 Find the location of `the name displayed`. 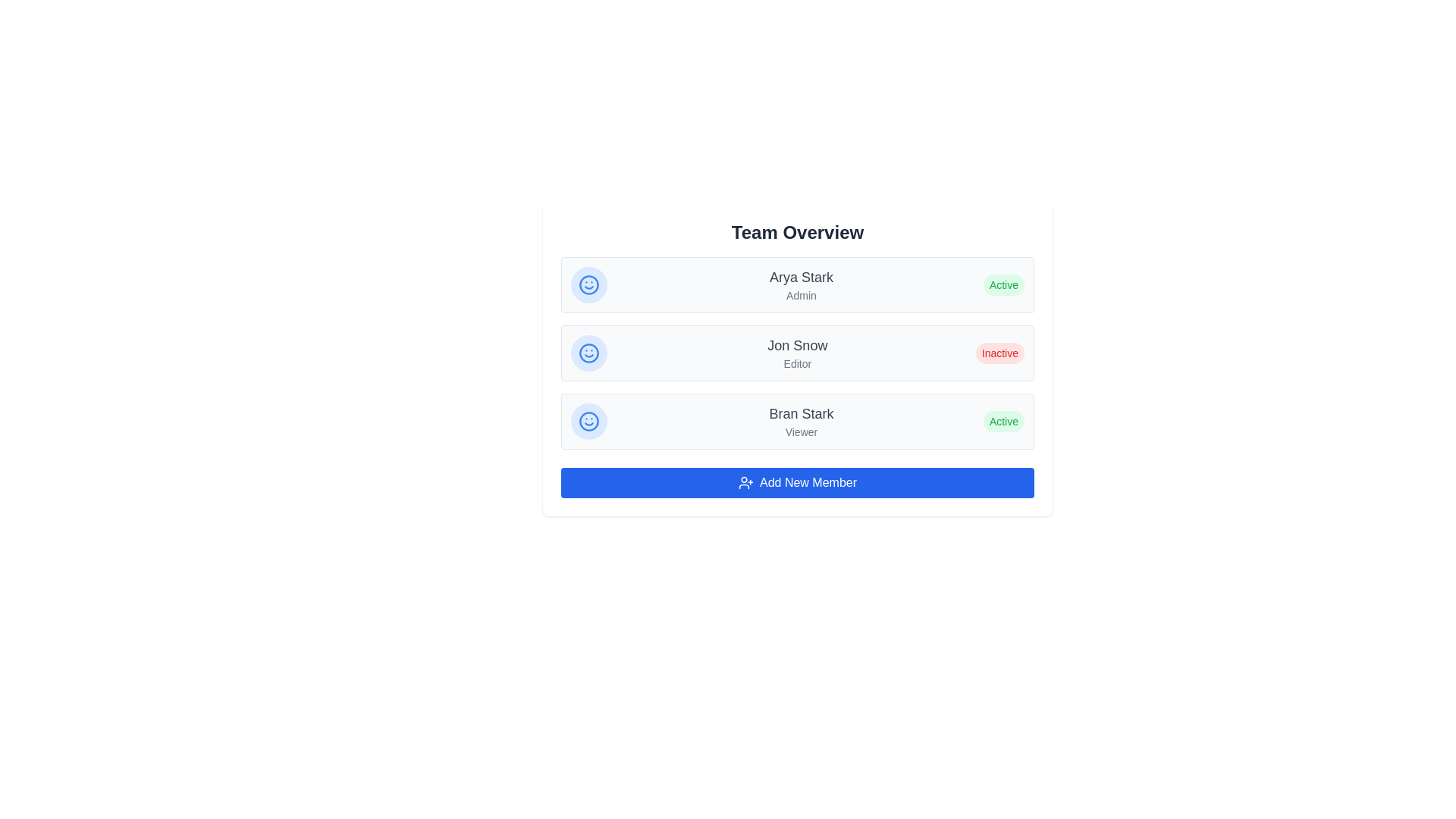

the name displayed is located at coordinates (796, 345).